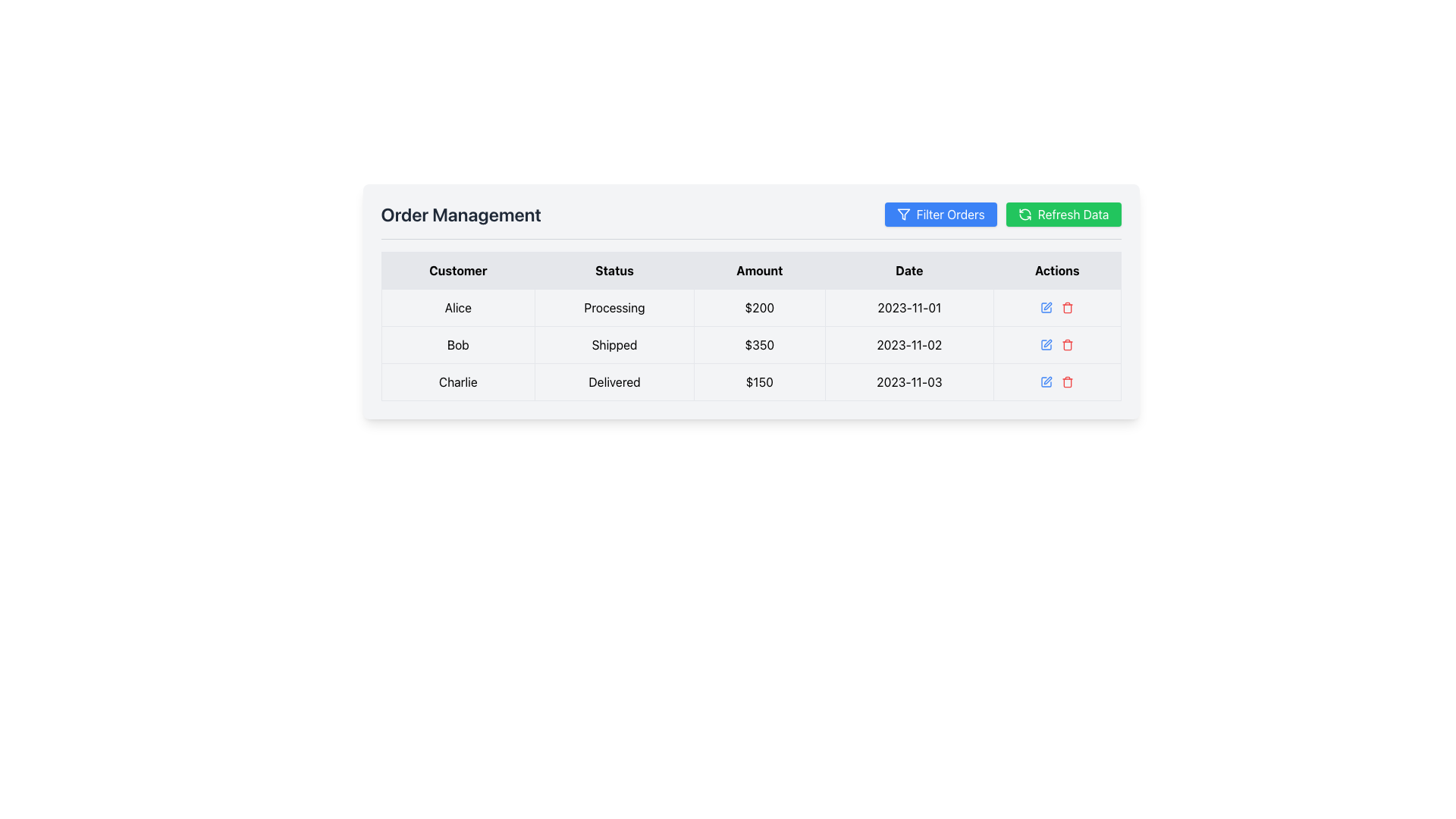 Image resolution: width=1456 pixels, height=819 pixels. Describe the element at coordinates (759, 270) in the screenshot. I see `the 'Amount' text label that is bold and centered within a light gray background, positioned as the third header in a table row between 'Status' and 'Date'` at that location.